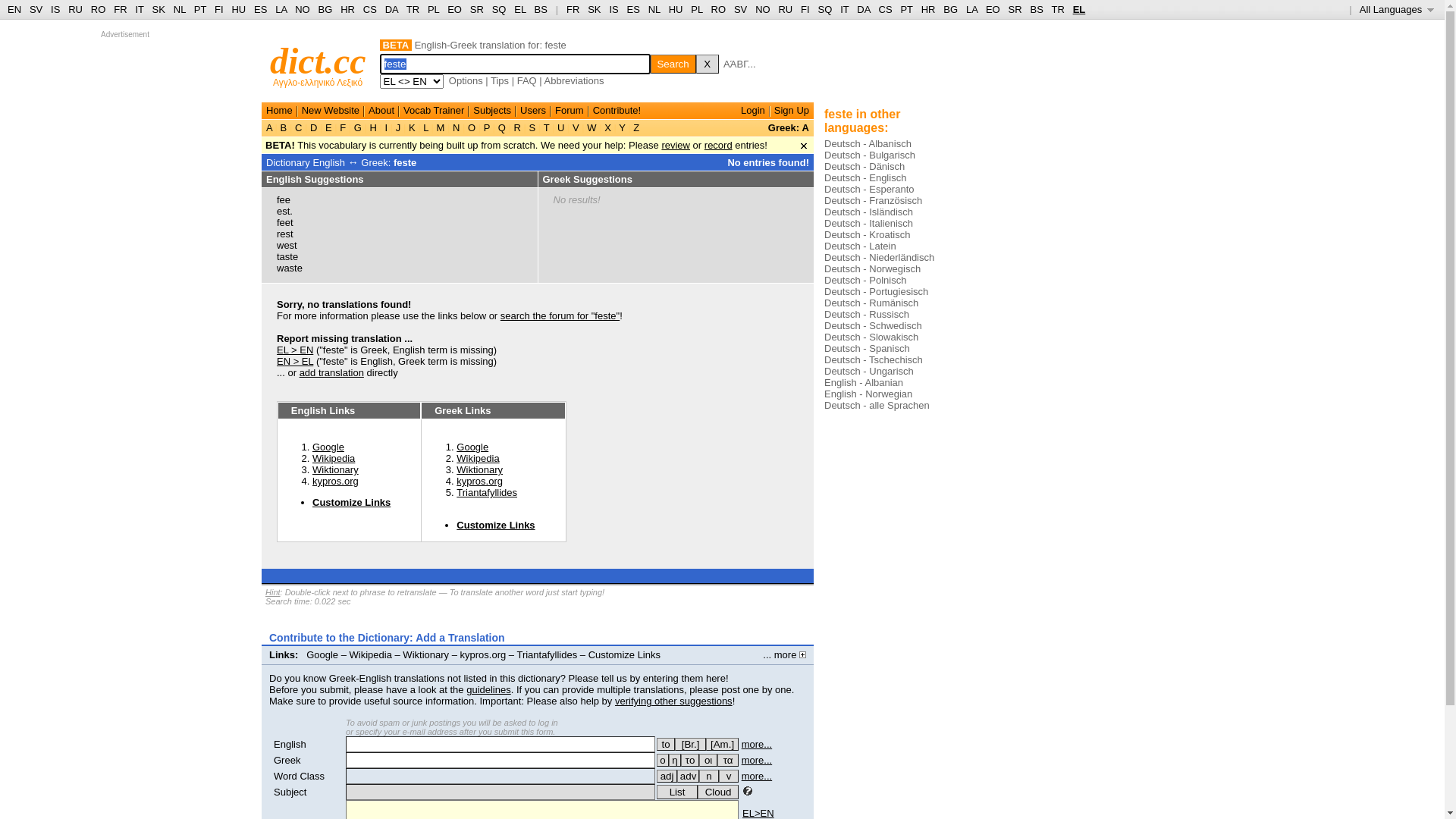 The width and height of the screenshot is (1456, 819). I want to click on 'List', so click(656, 791).